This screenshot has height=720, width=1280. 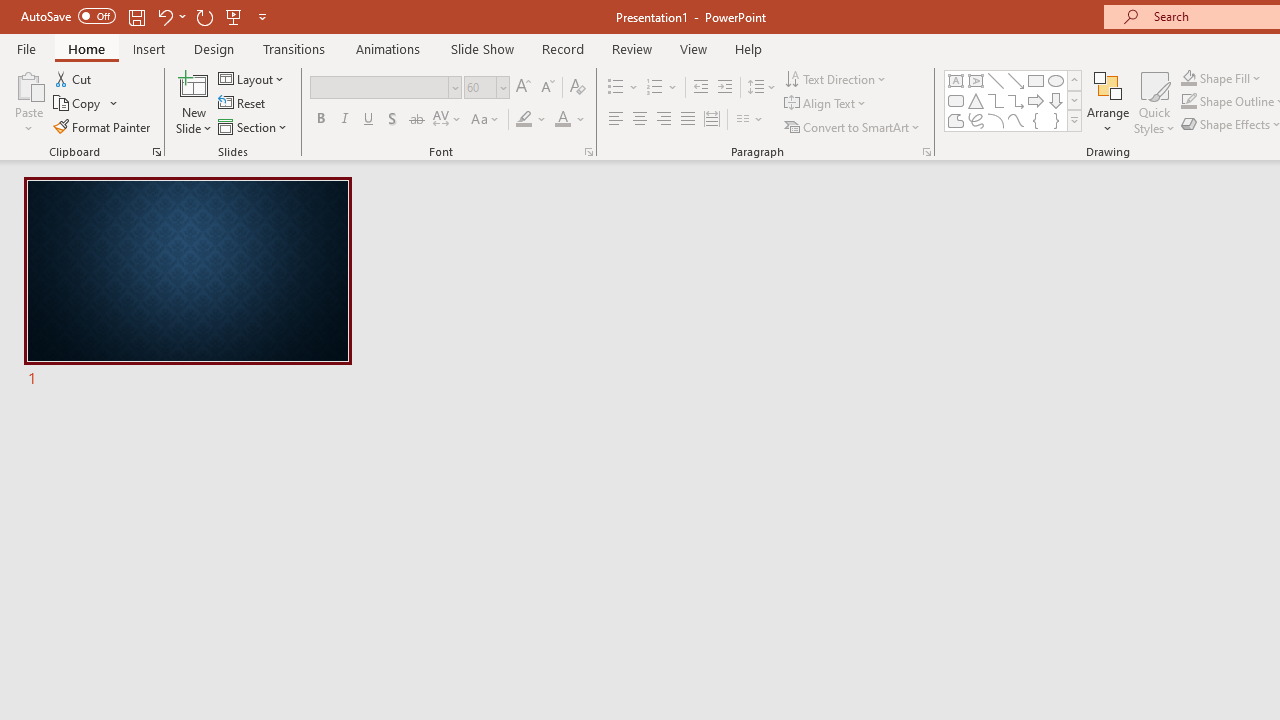 What do you see at coordinates (837, 78) in the screenshot?
I see `'Text Direction'` at bounding box center [837, 78].